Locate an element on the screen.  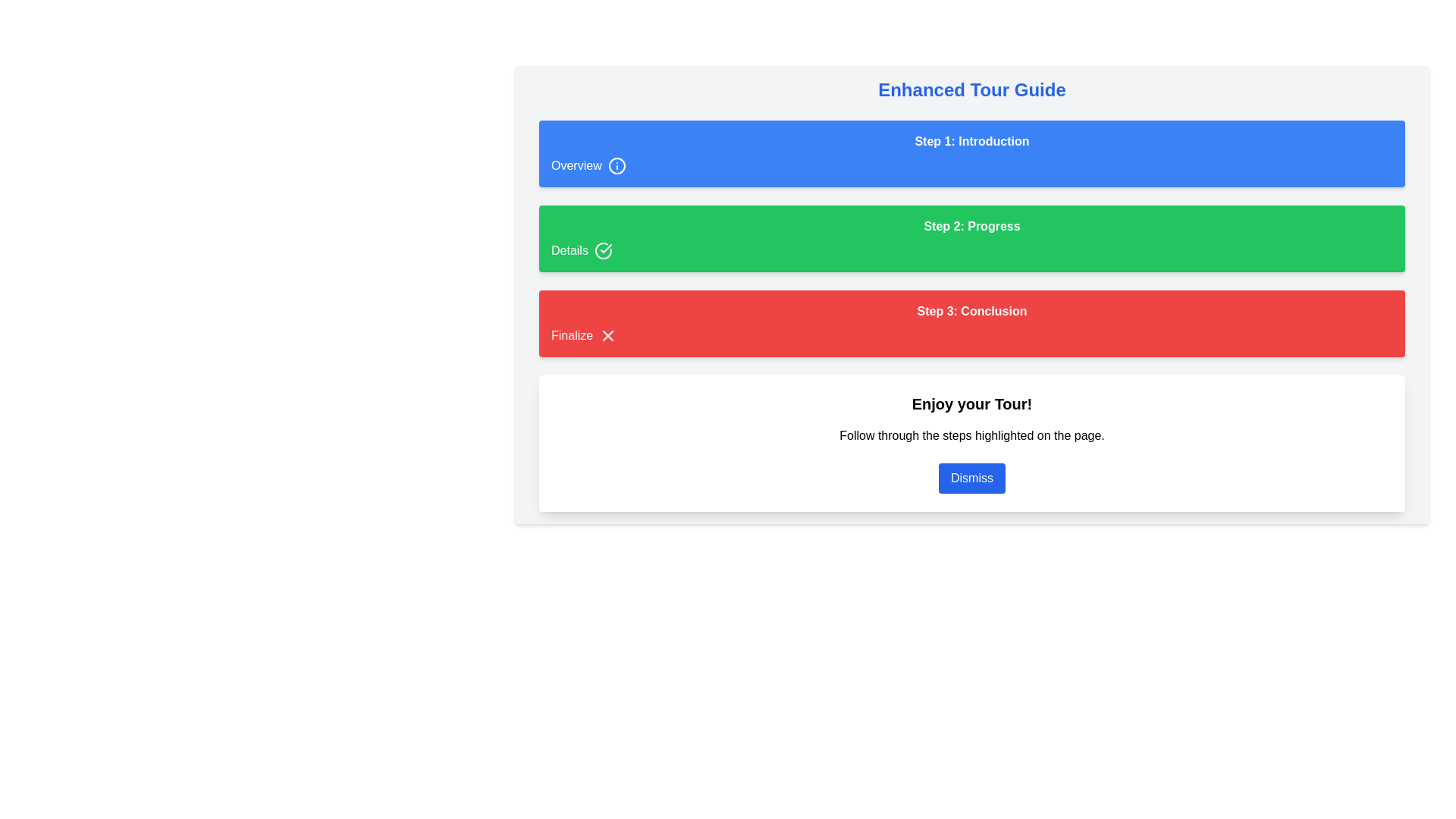
informative section indicating the second step of the guided process, located directly below 'Step 1: Introduction' and above 'Step 3: Conclusion' is located at coordinates (971, 239).